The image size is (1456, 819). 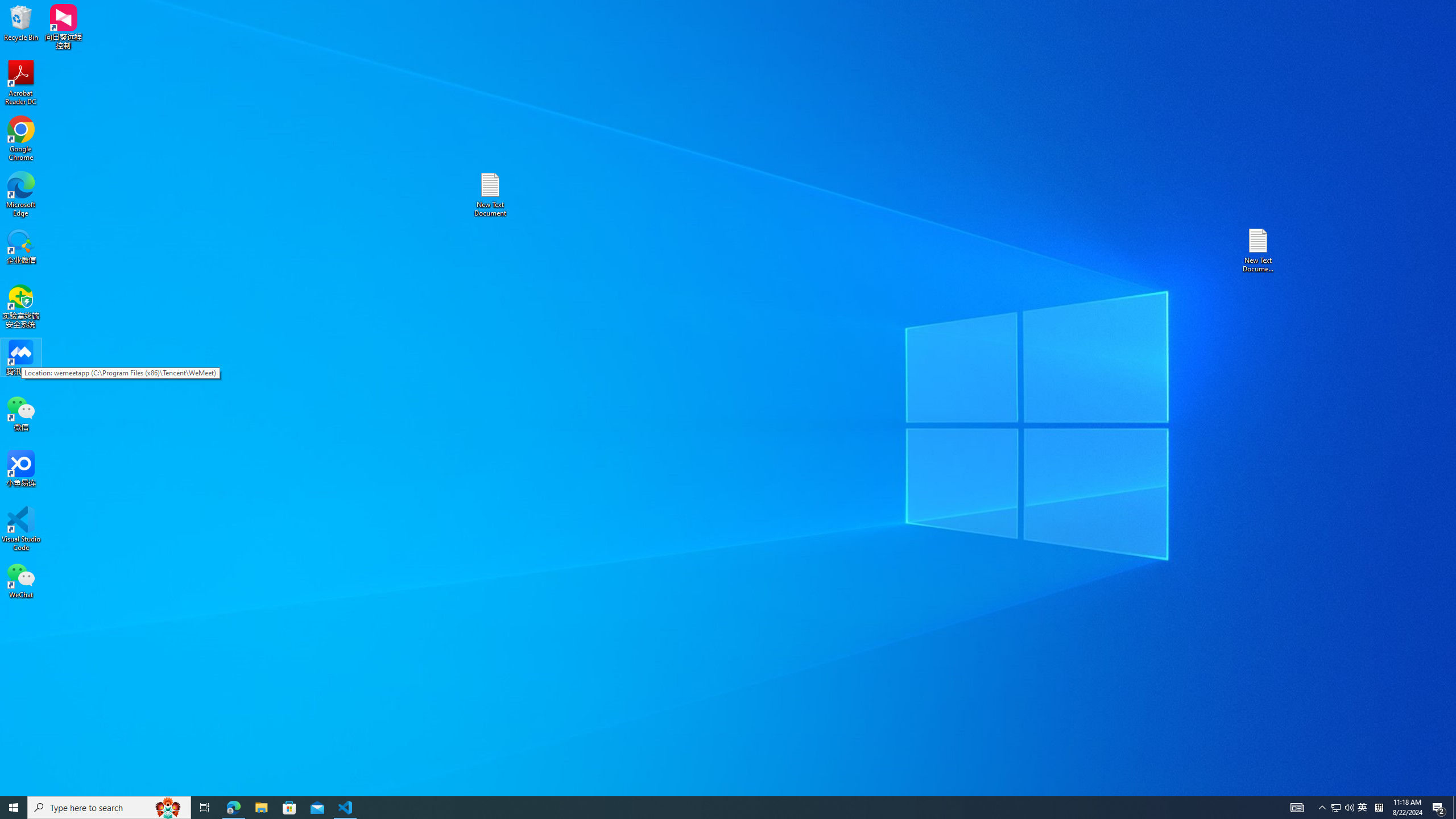 I want to click on 'Notification Chevron', so click(x=1322, y=806).